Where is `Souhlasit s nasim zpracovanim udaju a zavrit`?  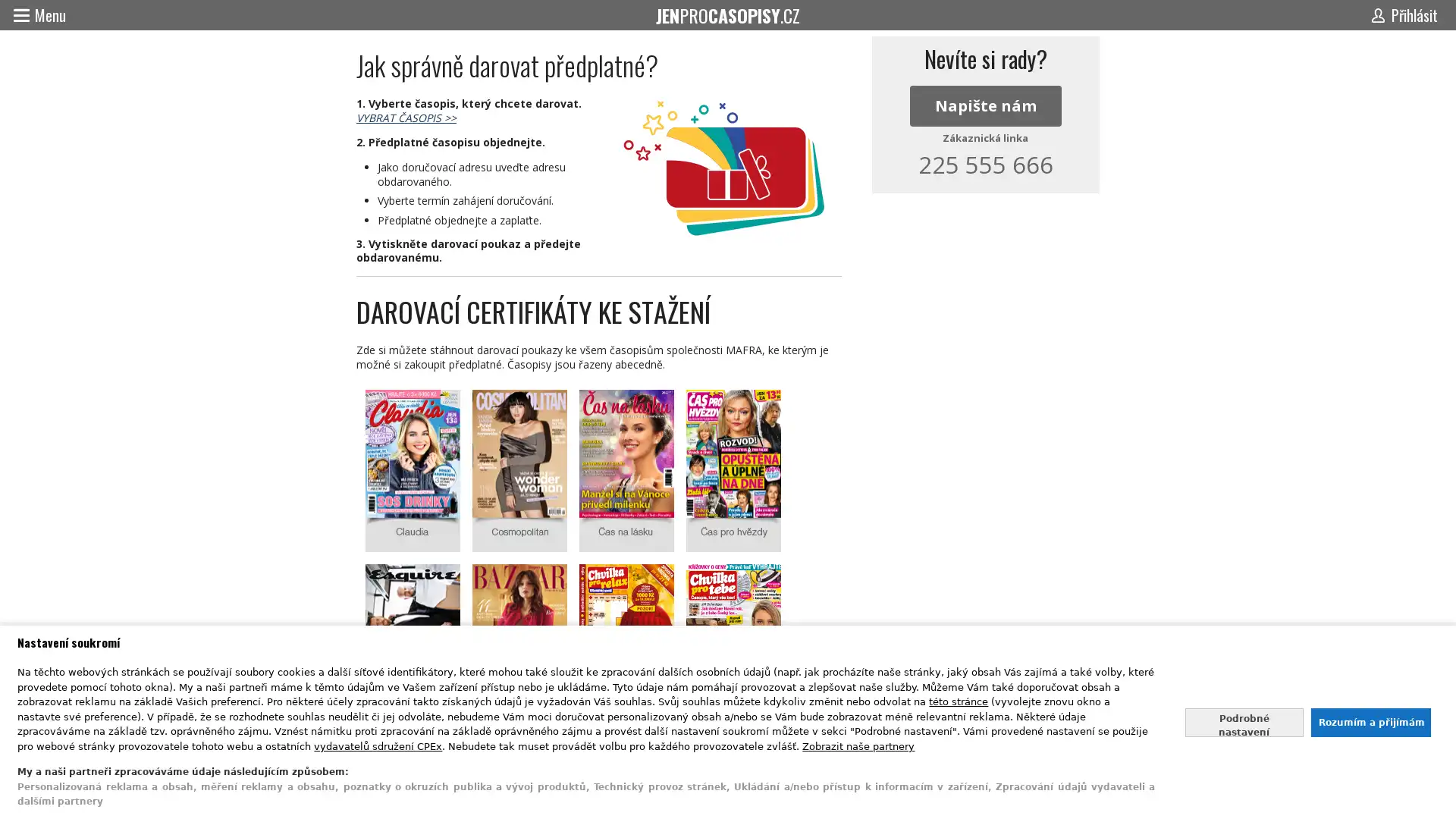
Souhlasit s nasim zpracovanim udaju a zavrit is located at coordinates (1370, 721).